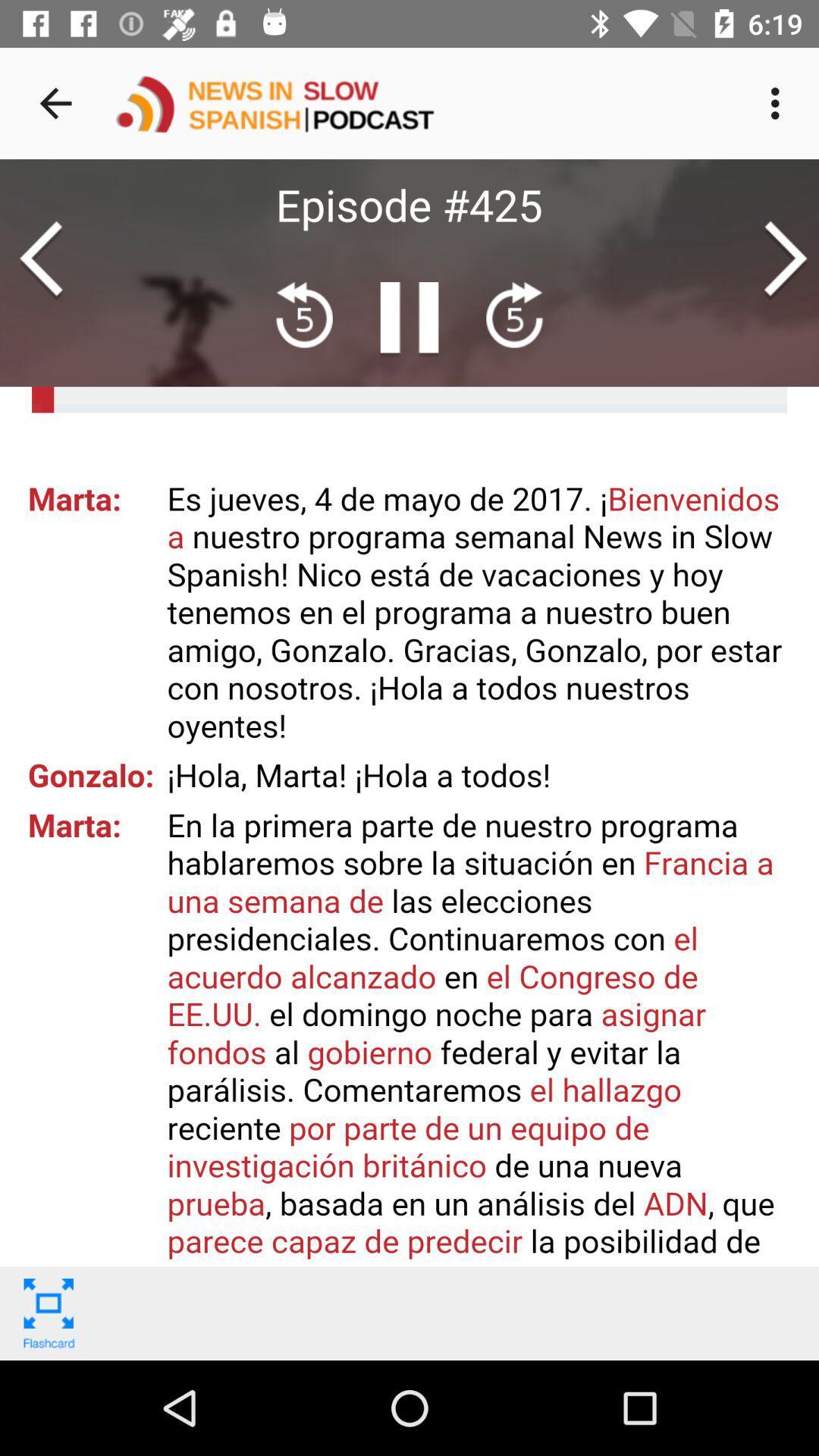 Image resolution: width=819 pixels, height=1456 pixels. I want to click on the pause icon, so click(409, 322).